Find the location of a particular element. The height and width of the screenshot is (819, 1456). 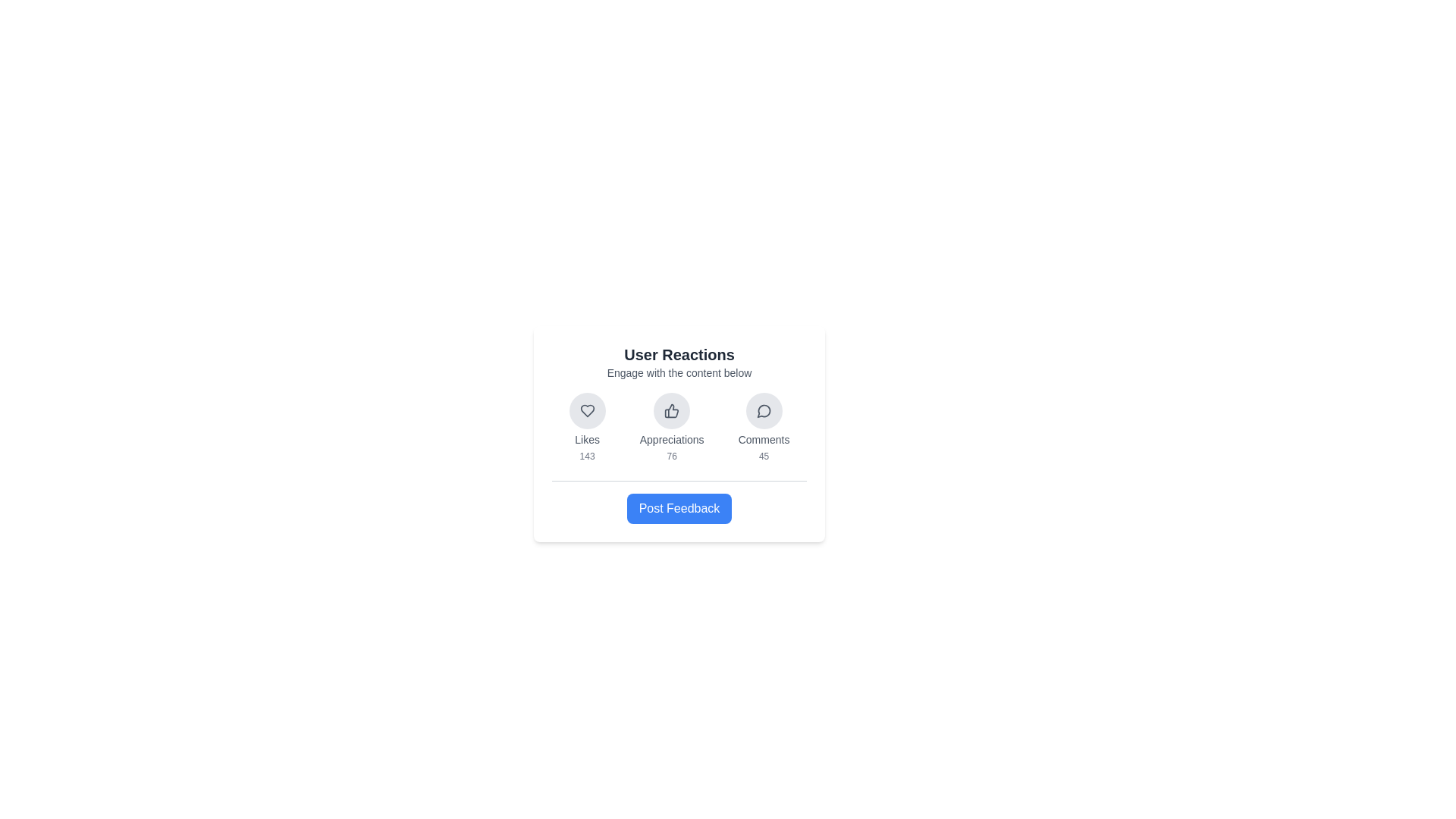

the 'Comments' text label, which is located at the bottom of a vertical stack in the 'Comments' interaction section, between a comment icon above and the count '45' below is located at coordinates (764, 439).